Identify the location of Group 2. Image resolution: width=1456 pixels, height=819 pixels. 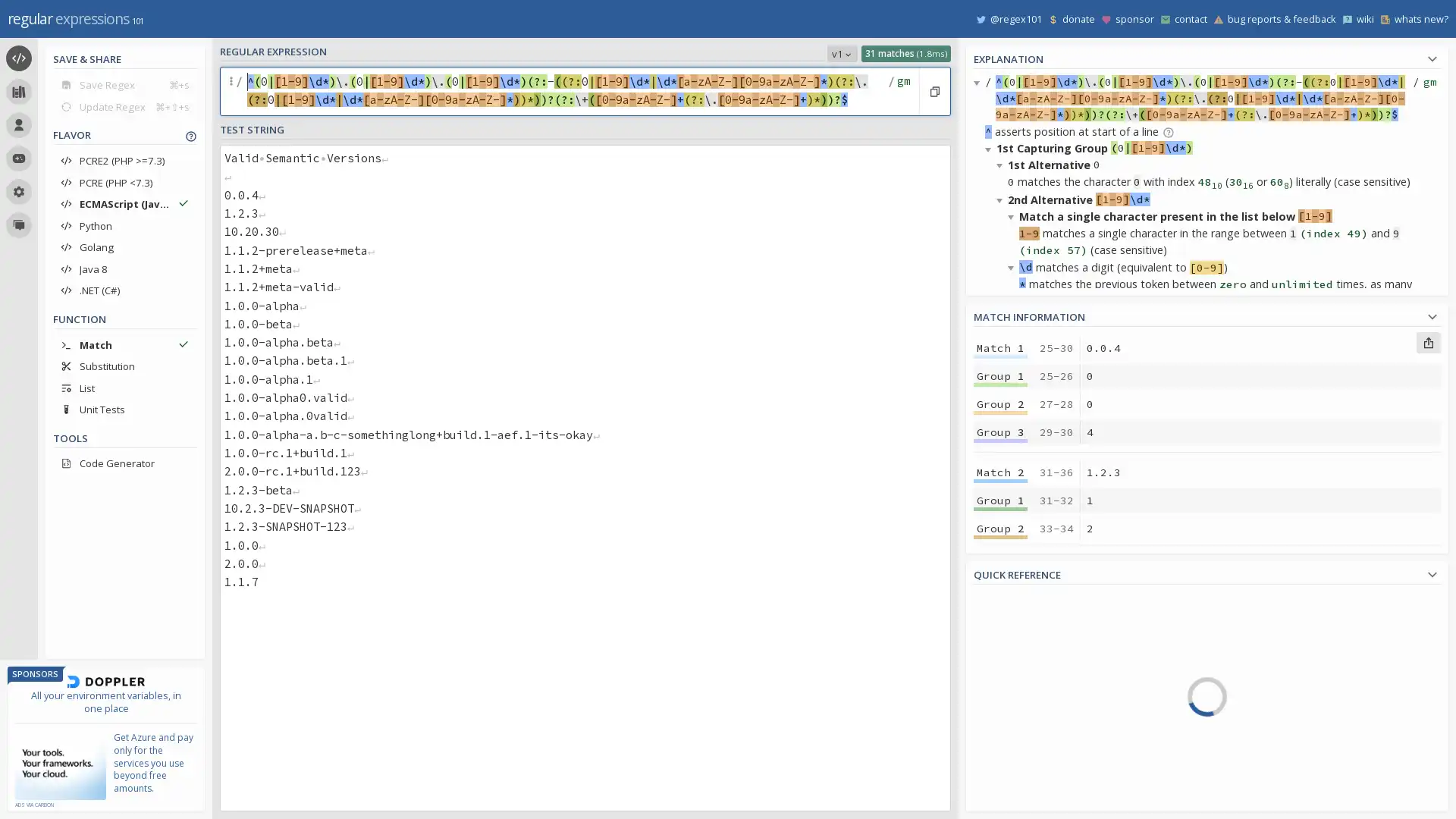
(1000, 528).